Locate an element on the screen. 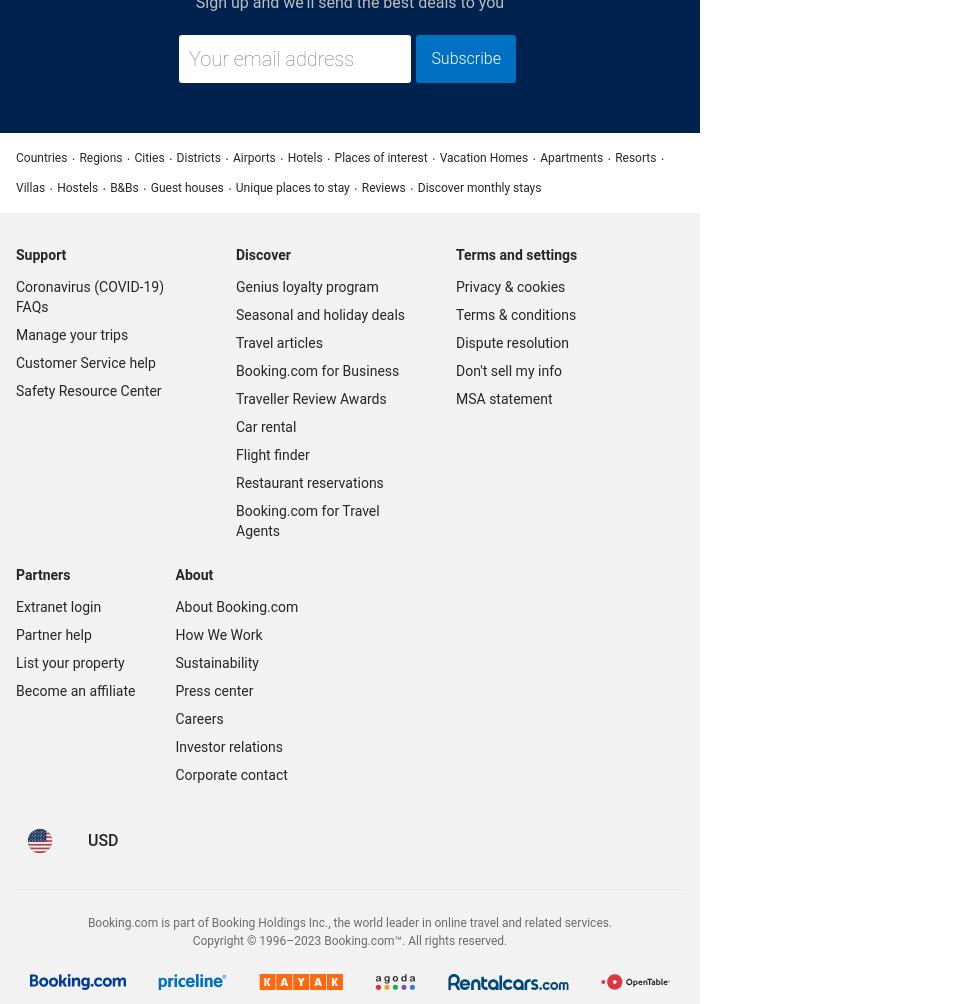 This screenshot has height=1004, width=969. 'Regions' is located at coordinates (100, 156).